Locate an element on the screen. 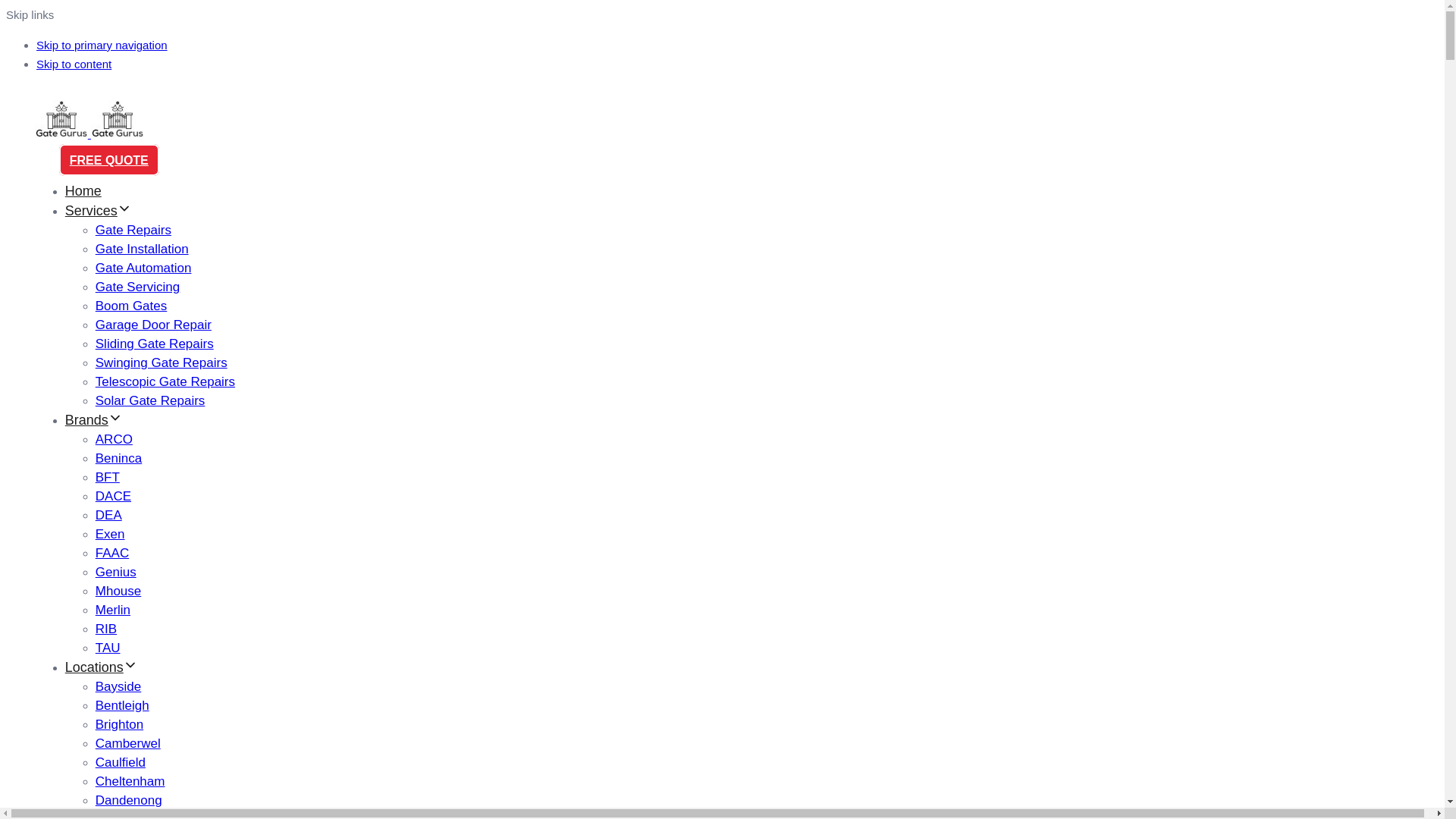  'RIB' is located at coordinates (105, 629).